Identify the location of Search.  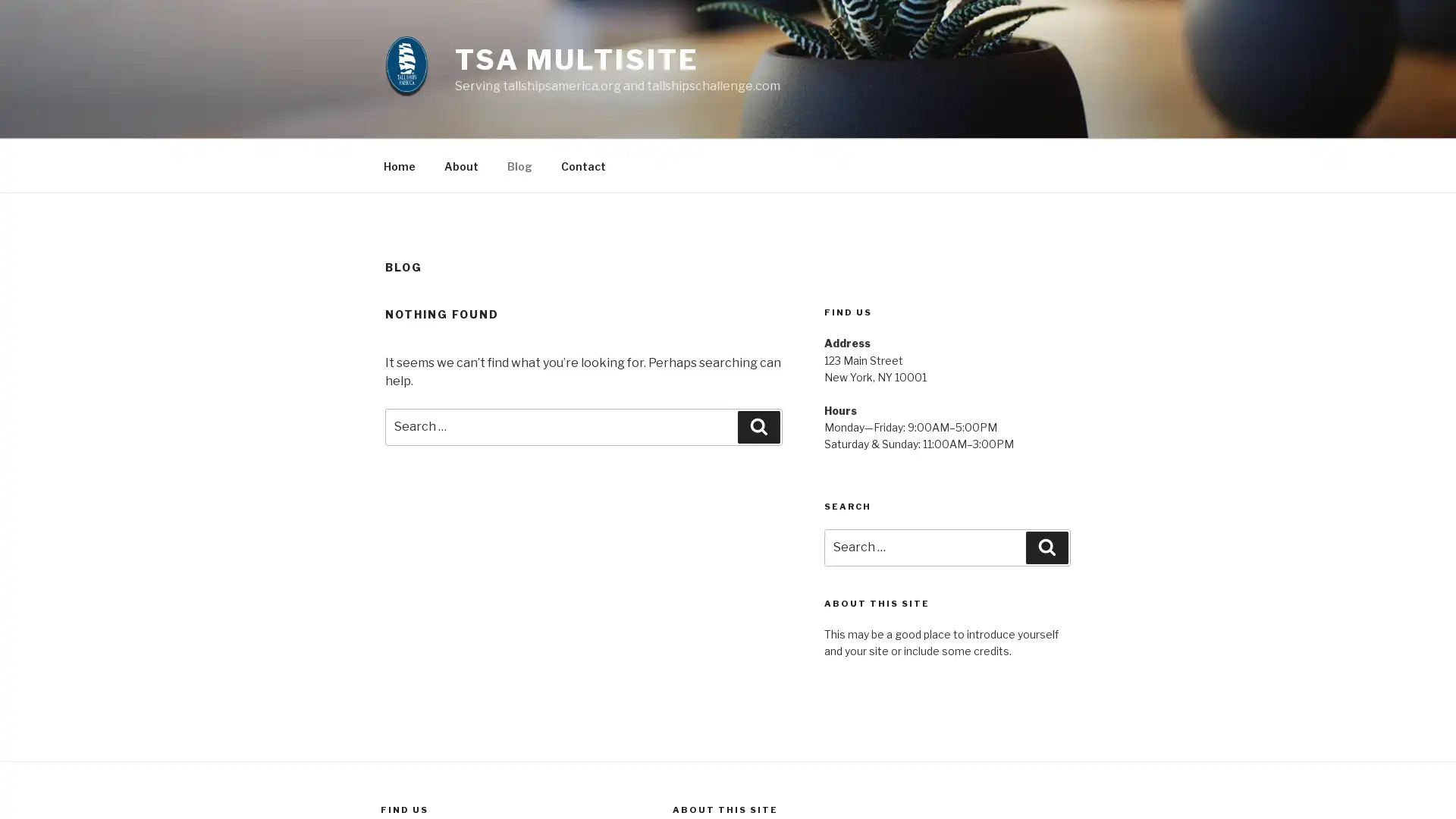
(1046, 547).